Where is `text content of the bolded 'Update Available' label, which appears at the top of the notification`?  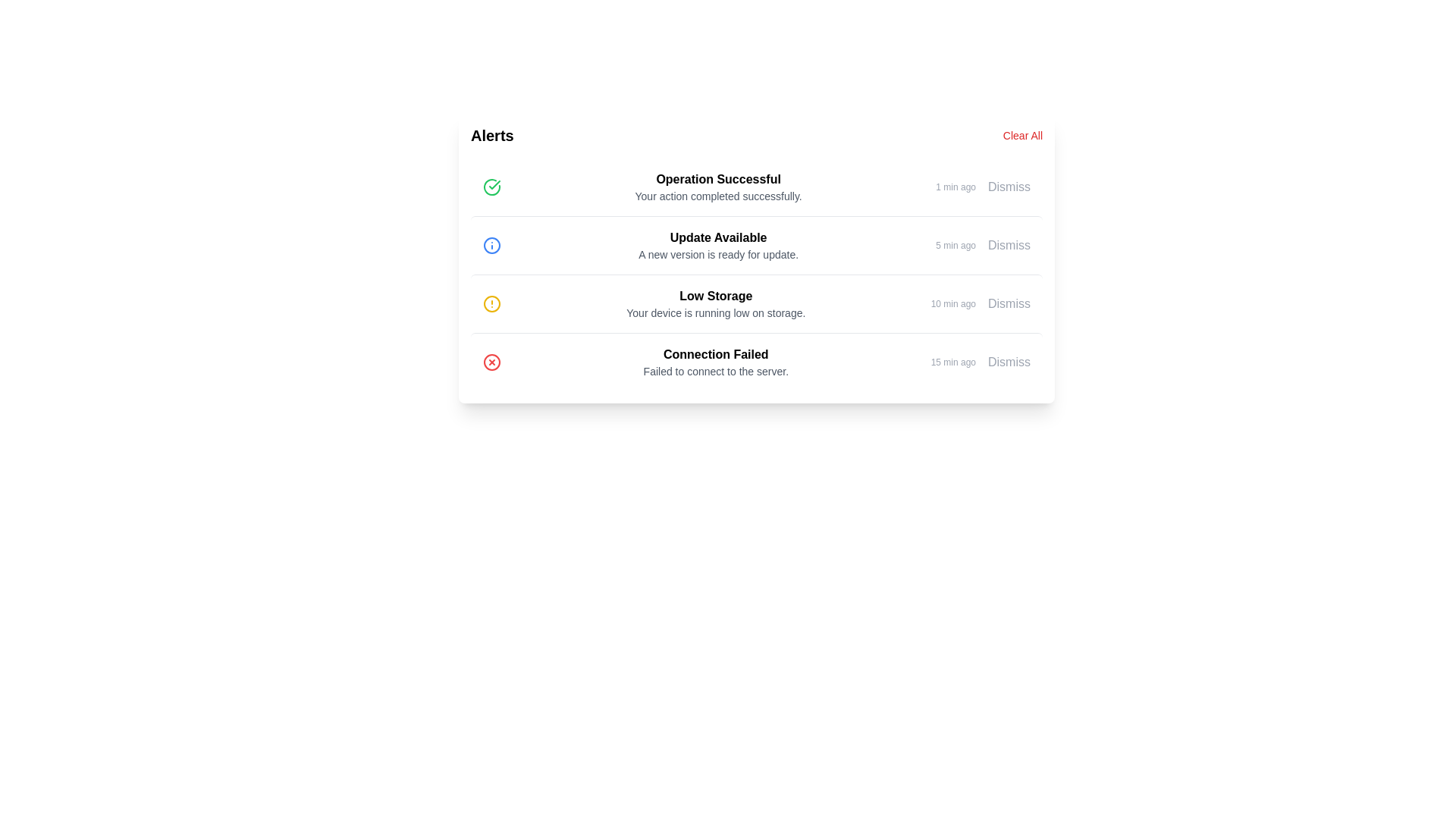 text content of the bolded 'Update Available' label, which appears at the top of the notification is located at coordinates (717, 237).